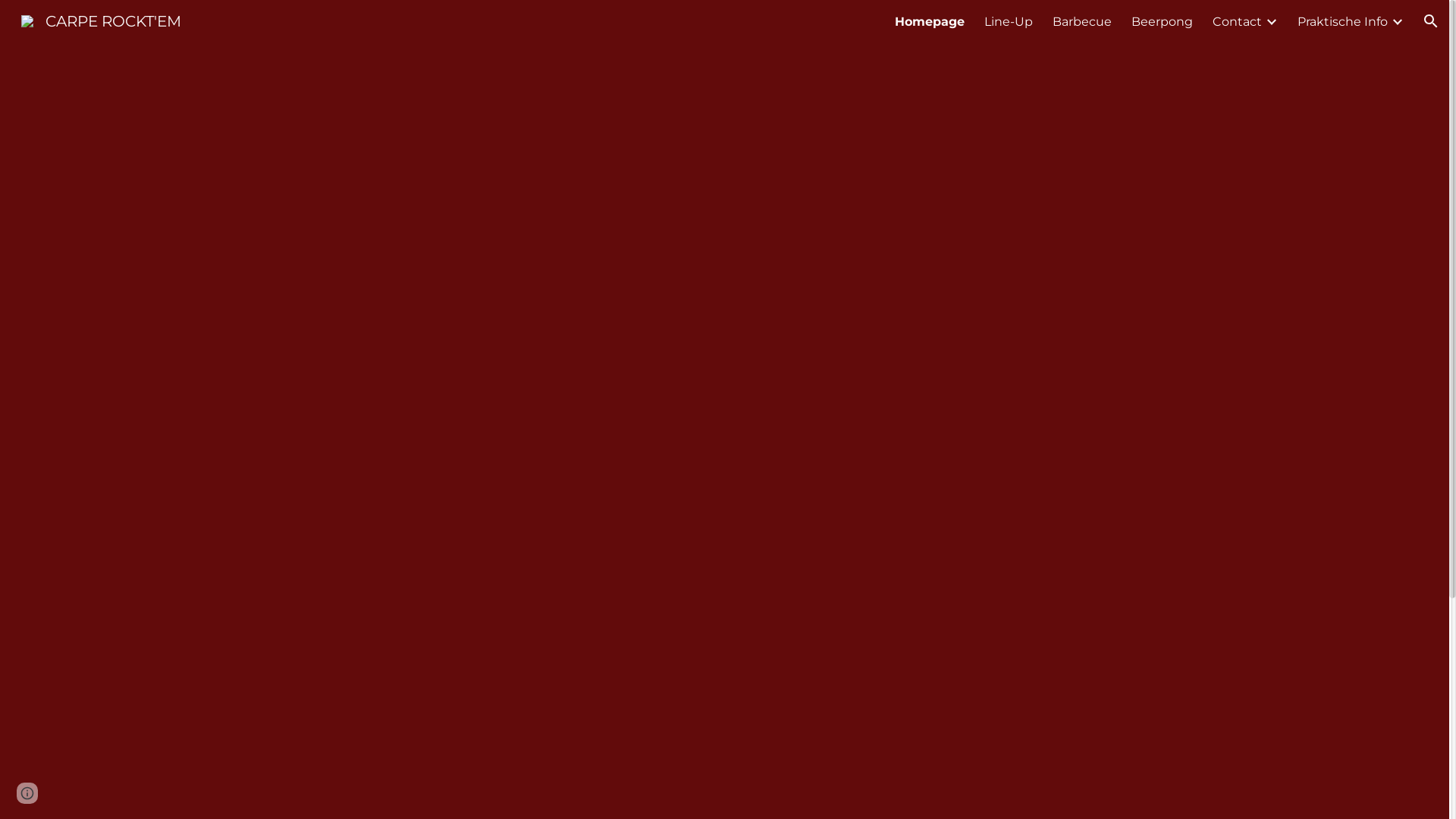 Image resolution: width=1456 pixels, height=819 pixels. I want to click on 'CARPE ROCKT'EM', so click(11, 20).